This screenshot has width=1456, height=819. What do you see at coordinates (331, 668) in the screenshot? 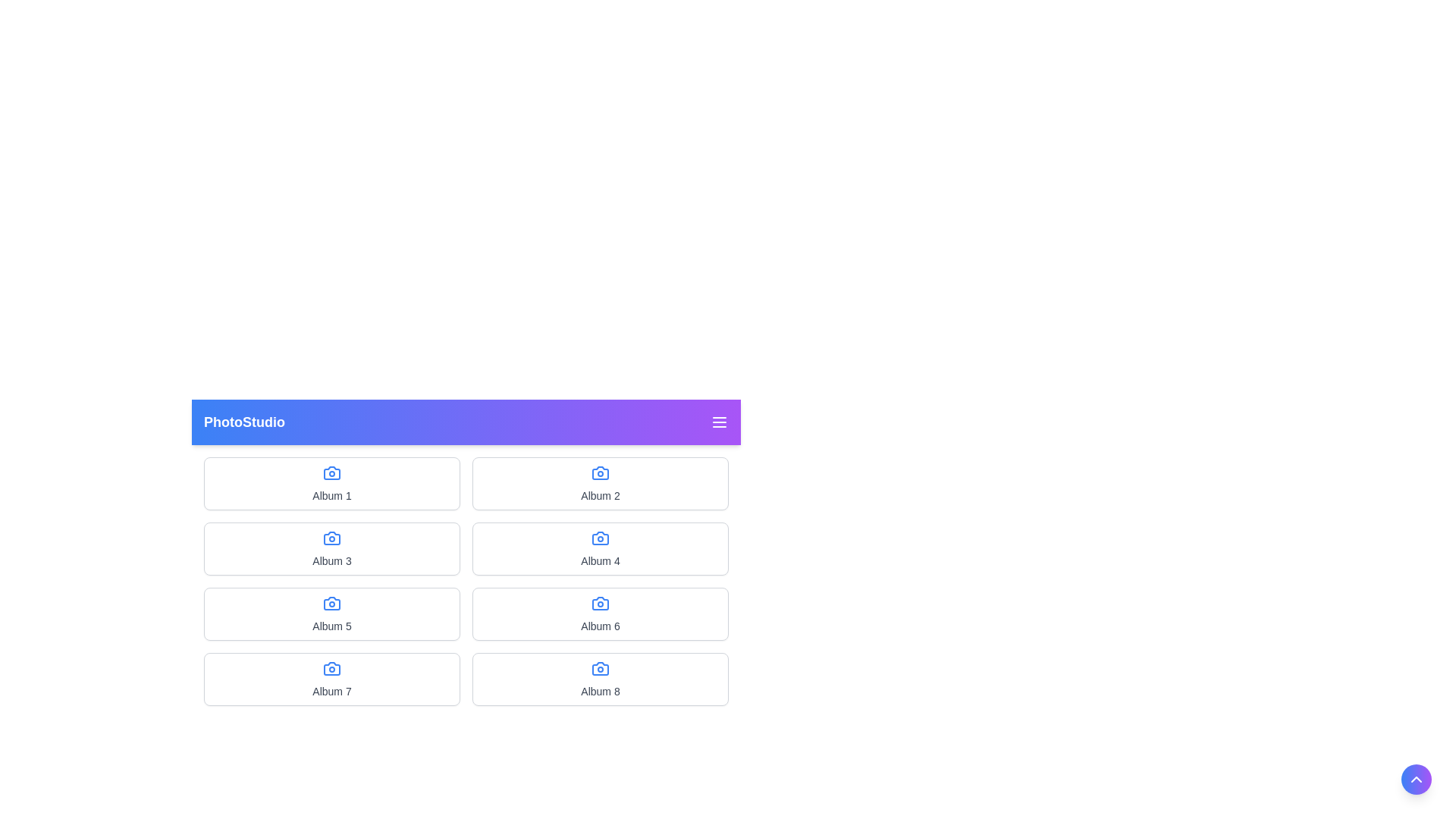
I see `the decorative camera icon located in the first column of the fourth row within the 'Album 7' box` at bounding box center [331, 668].